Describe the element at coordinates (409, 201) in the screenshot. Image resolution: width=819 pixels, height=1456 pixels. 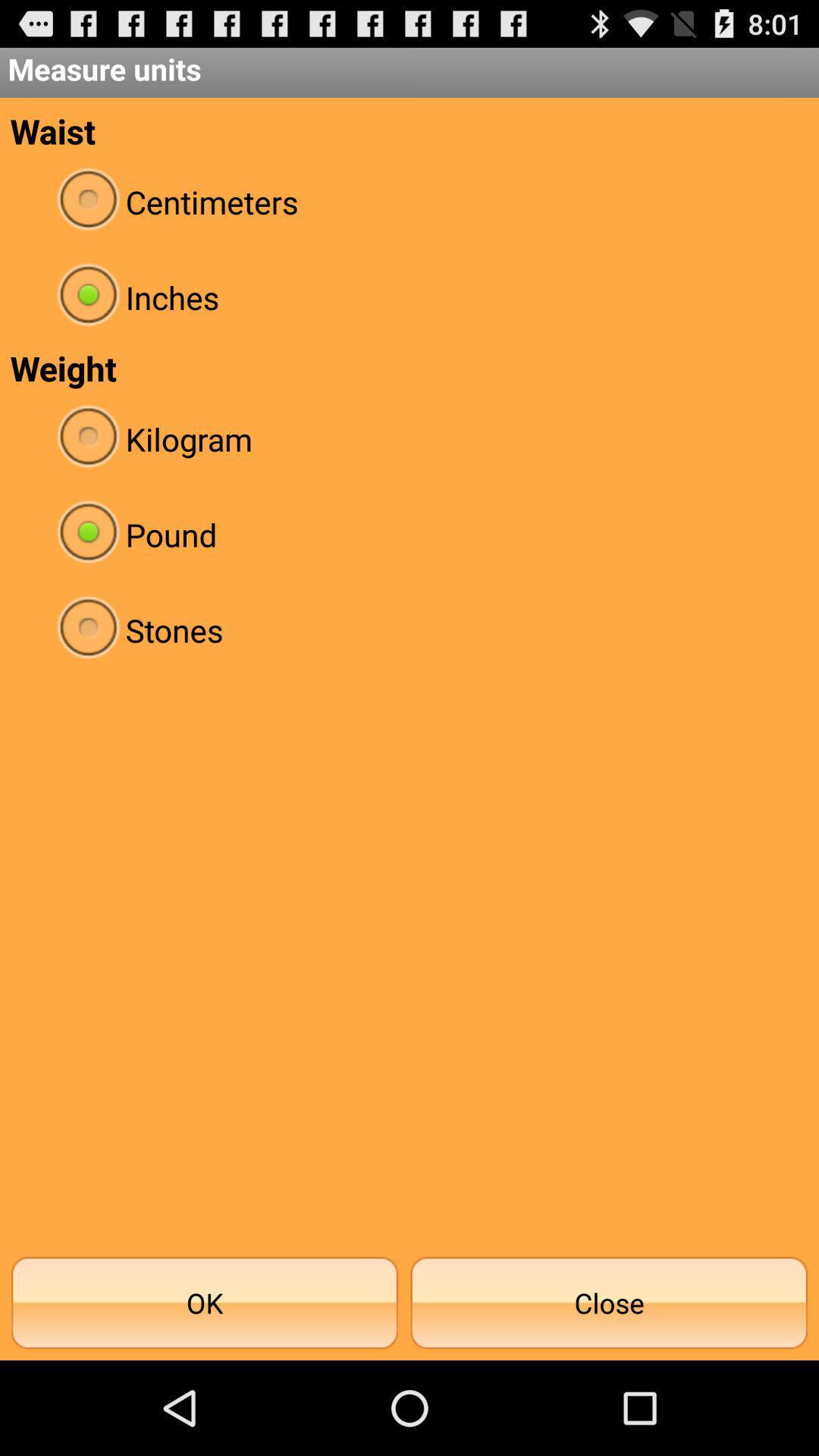
I see `the item above inches icon` at that location.